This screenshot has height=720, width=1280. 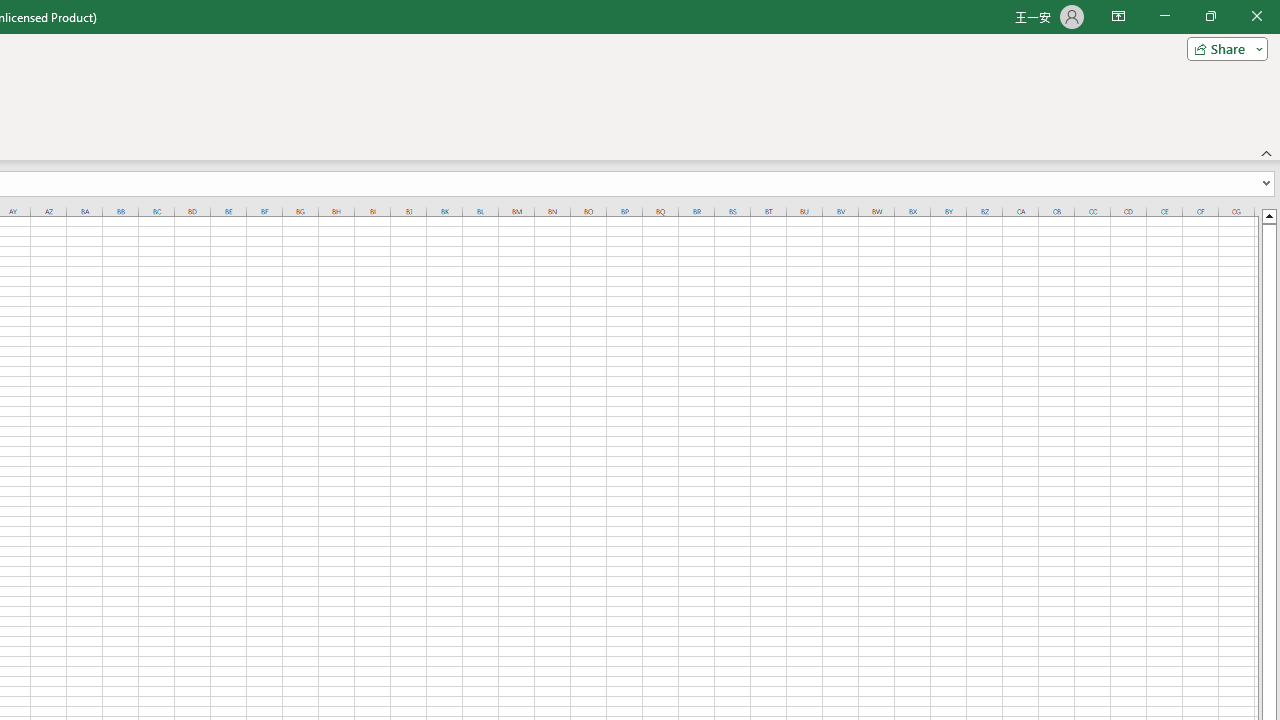 What do you see at coordinates (1255, 16) in the screenshot?
I see `'Close'` at bounding box center [1255, 16].